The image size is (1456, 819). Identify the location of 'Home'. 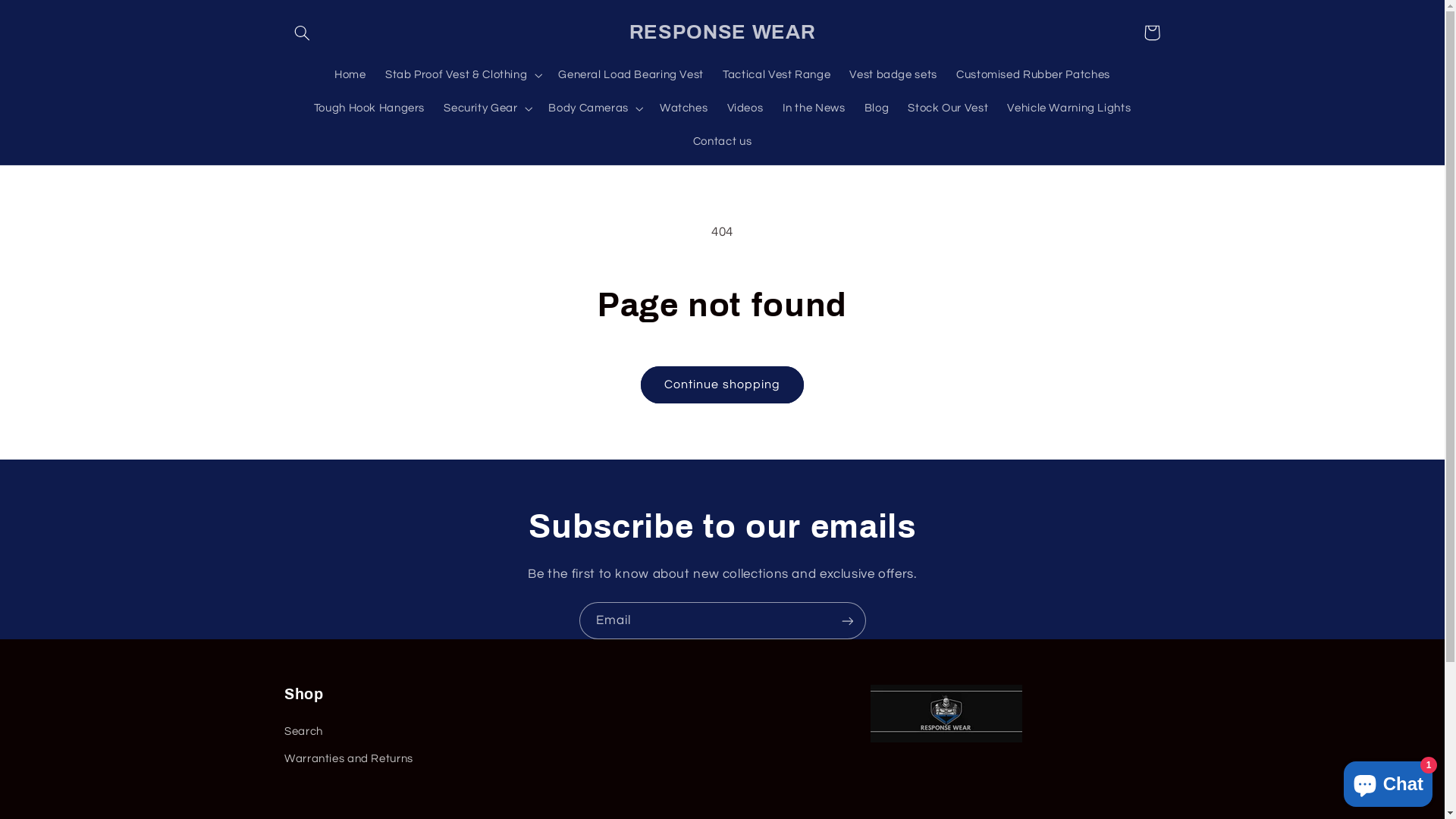
(350, 75).